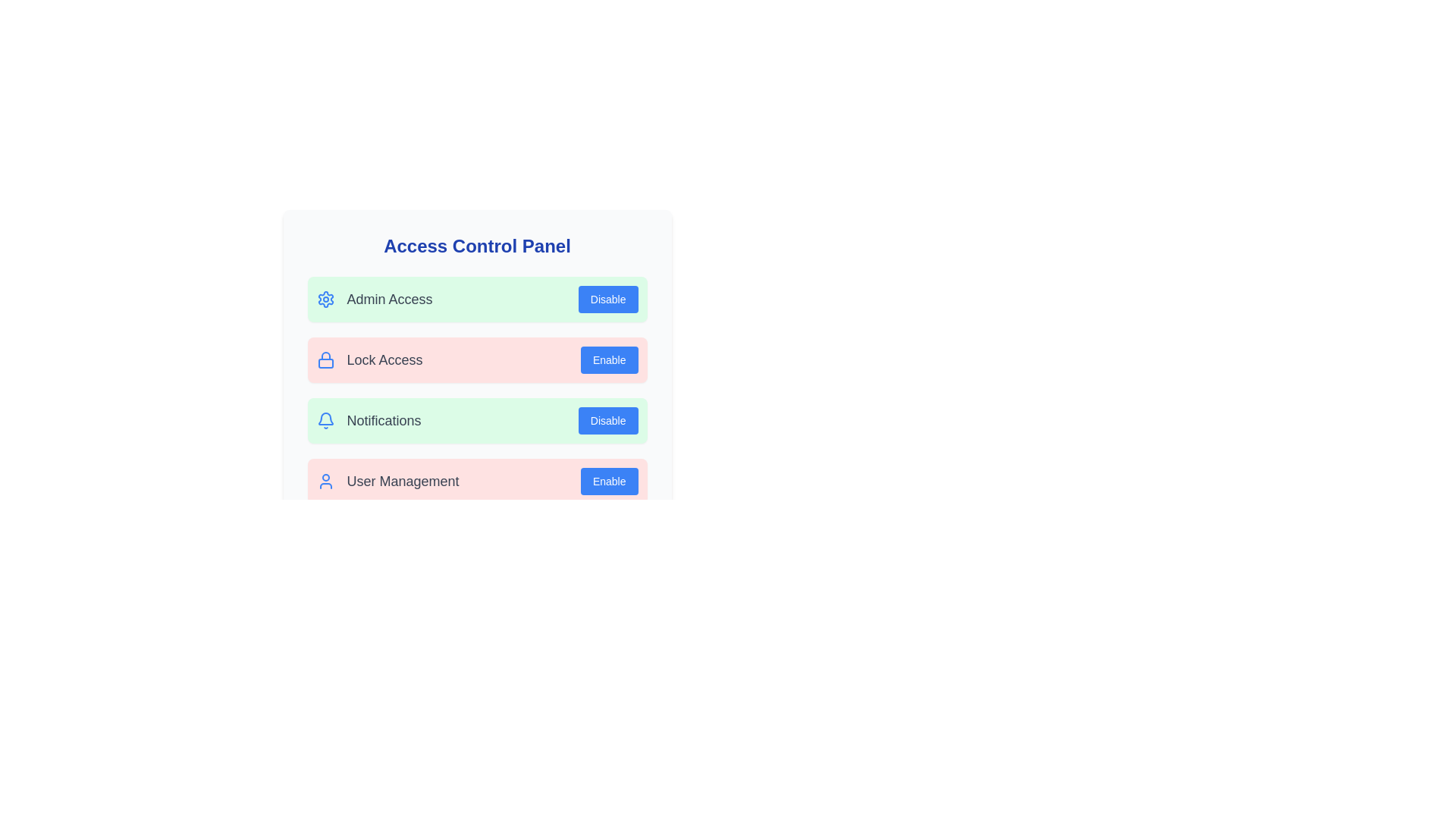 The image size is (1456, 819). I want to click on the title 'Access Control Panel' to open the context menu or trigger interactions, so click(476, 245).